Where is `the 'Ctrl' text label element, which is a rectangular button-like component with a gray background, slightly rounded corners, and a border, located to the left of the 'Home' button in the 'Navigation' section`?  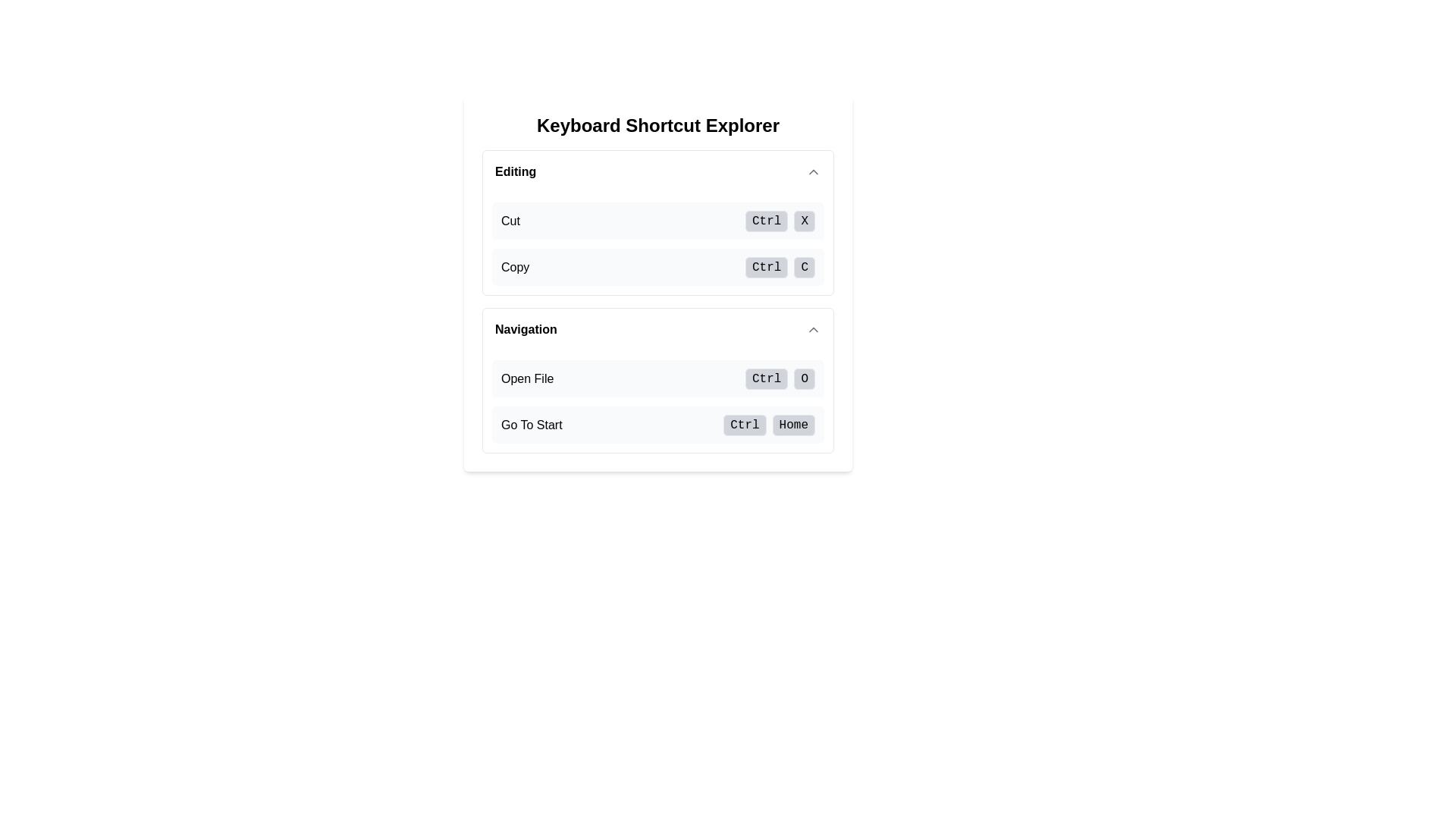 the 'Ctrl' text label element, which is a rectangular button-like component with a gray background, slightly rounded corners, and a border, located to the left of the 'Home' button in the 'Navigation' section is located at coordinates (745, 425).